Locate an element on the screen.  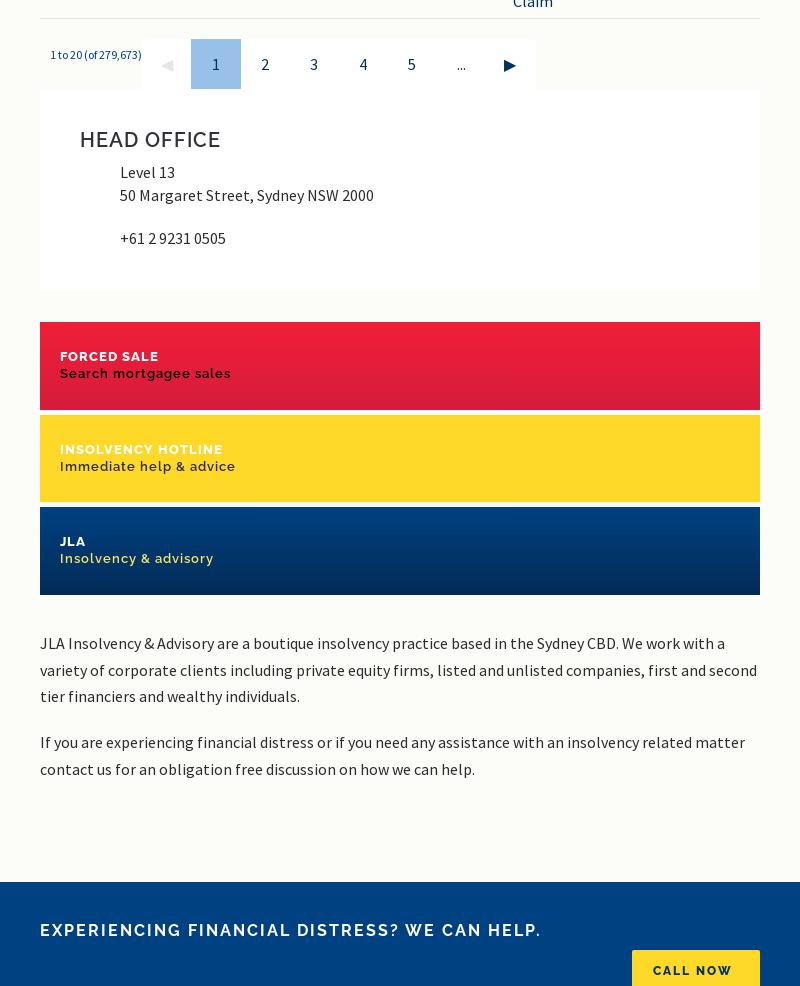
'Search mortgagee sales' is located at coordinates (145, 371).